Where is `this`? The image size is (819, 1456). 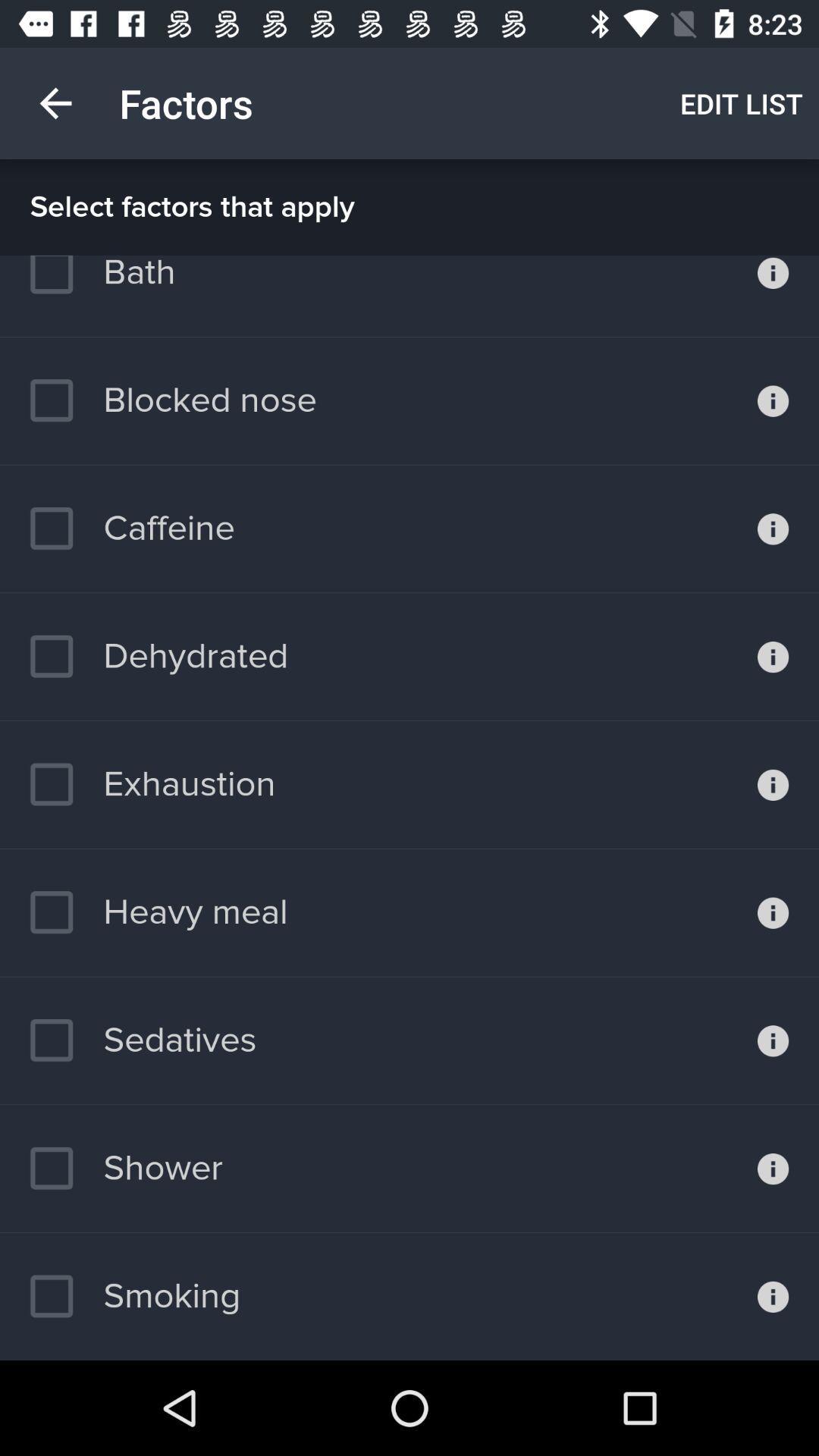
this is located at coordinates (773, 400).